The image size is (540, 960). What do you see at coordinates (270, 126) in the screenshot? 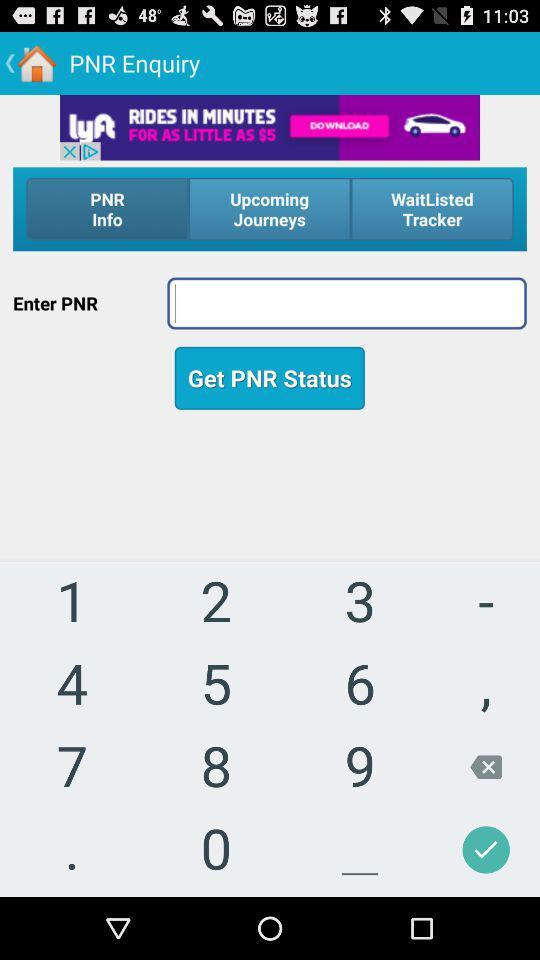
I see `see advertisement` at bounding box center [270, 126].